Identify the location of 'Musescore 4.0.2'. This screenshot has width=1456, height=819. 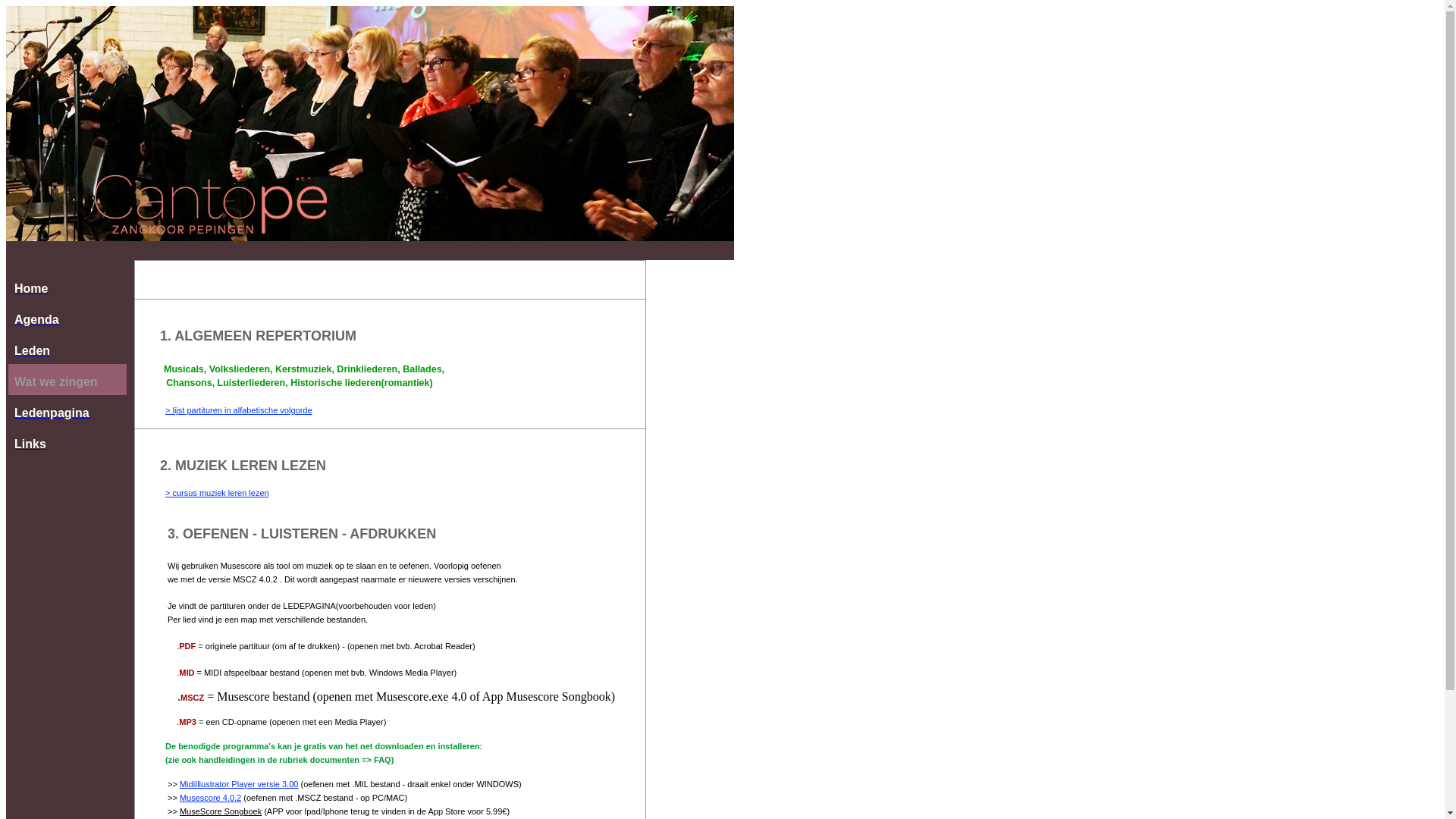
(209, 797).